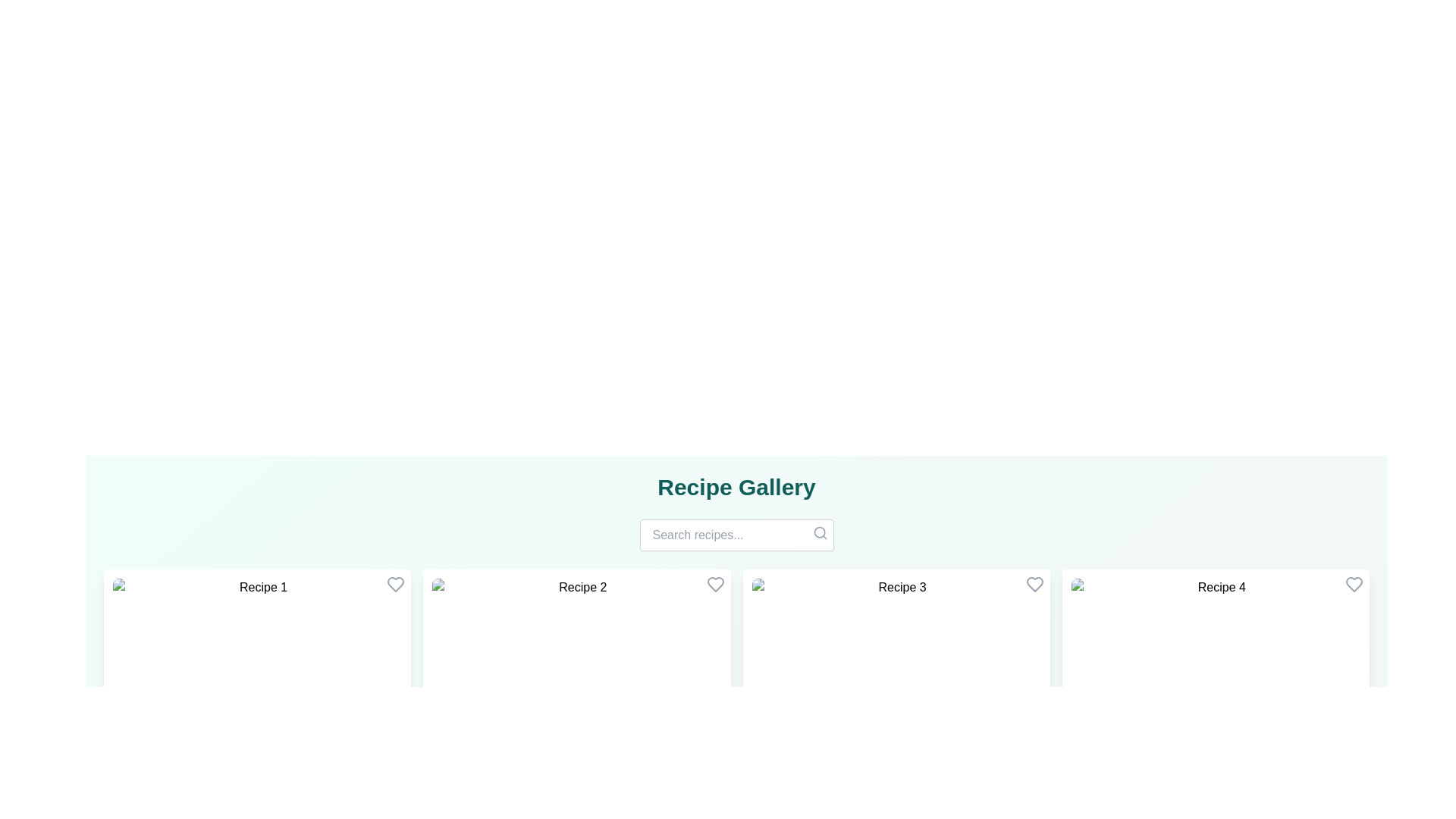 This screenshot has width=1456, height=819. I want to click on the heart-shaped icon that allows users to mark the associated recipe as a favorite, located to the right of the 'Recipe 2' title and image, so click(714, 584).